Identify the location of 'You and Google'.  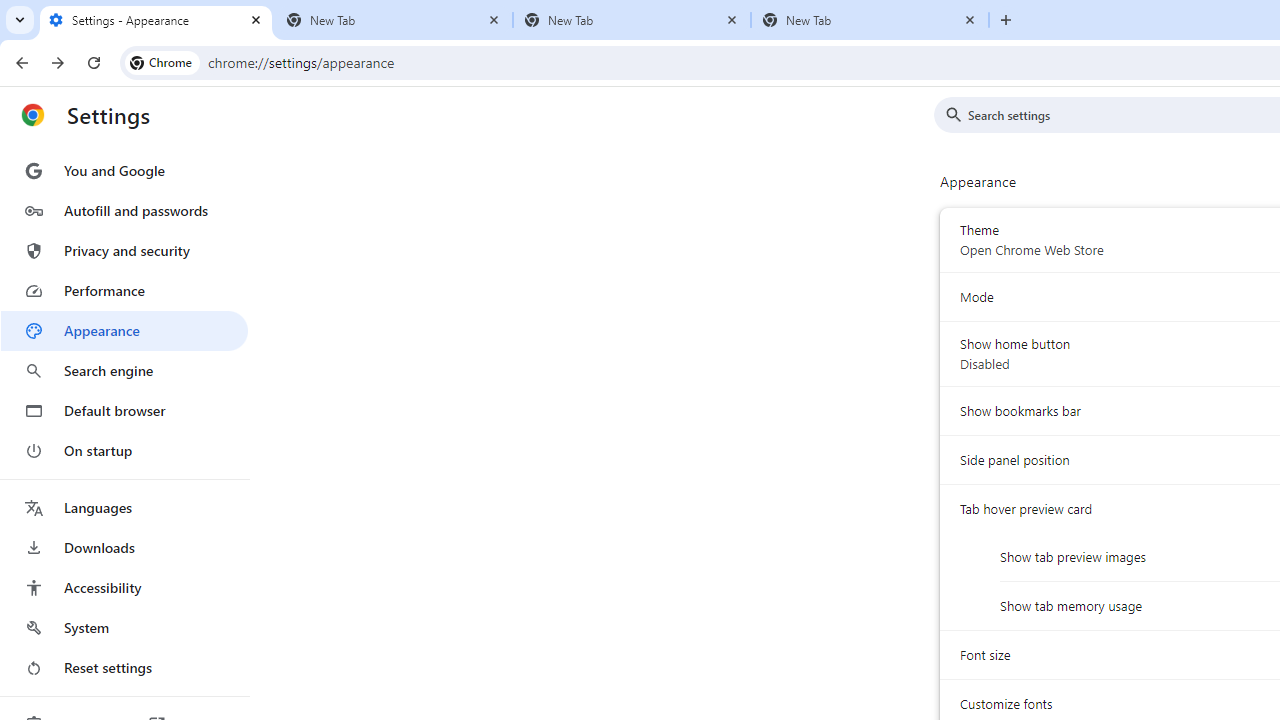
(123, 170).